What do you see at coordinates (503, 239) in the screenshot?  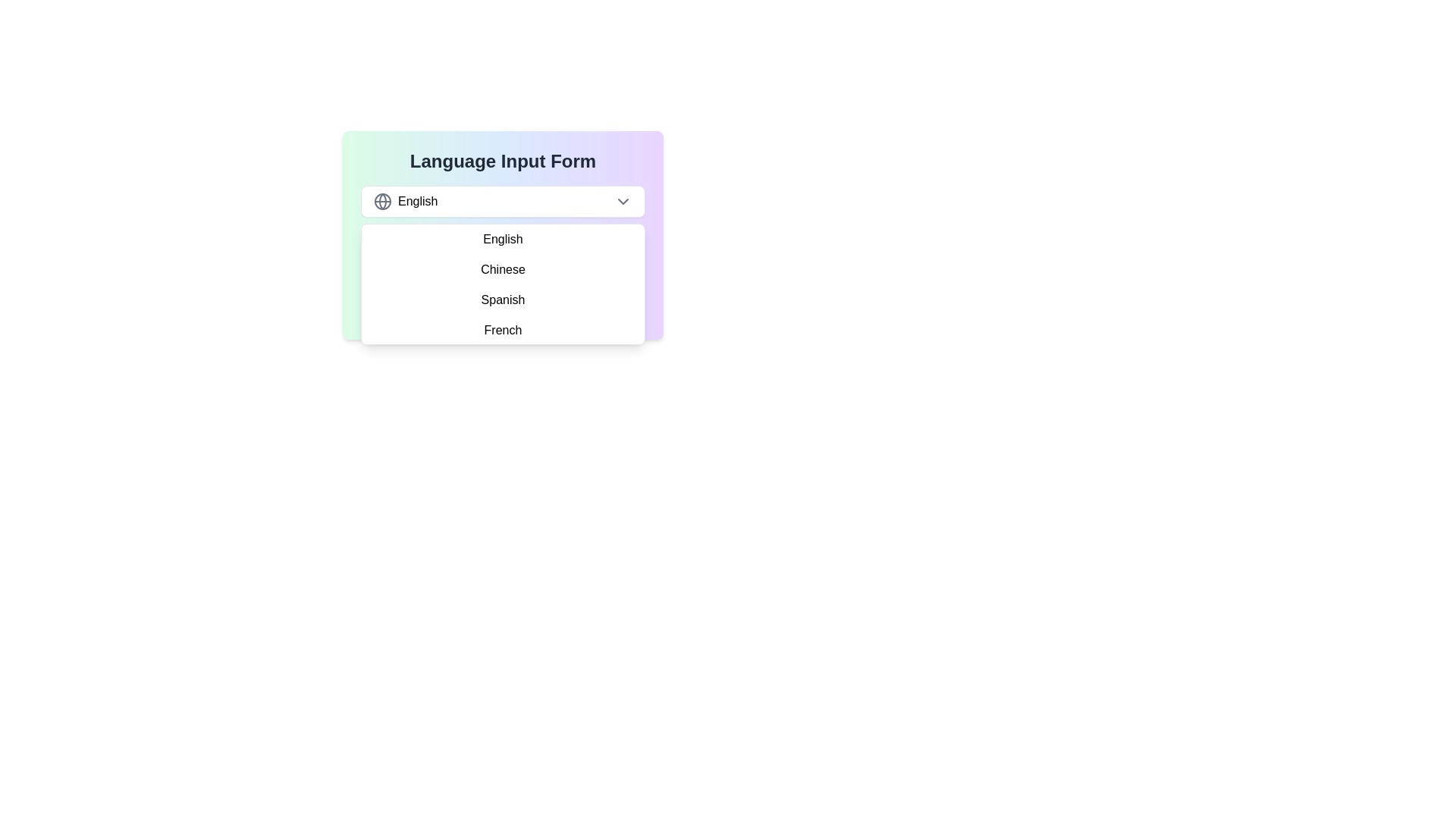 I see `the 'English' list item in the dropdown menu` at bounding box center [503, 239].